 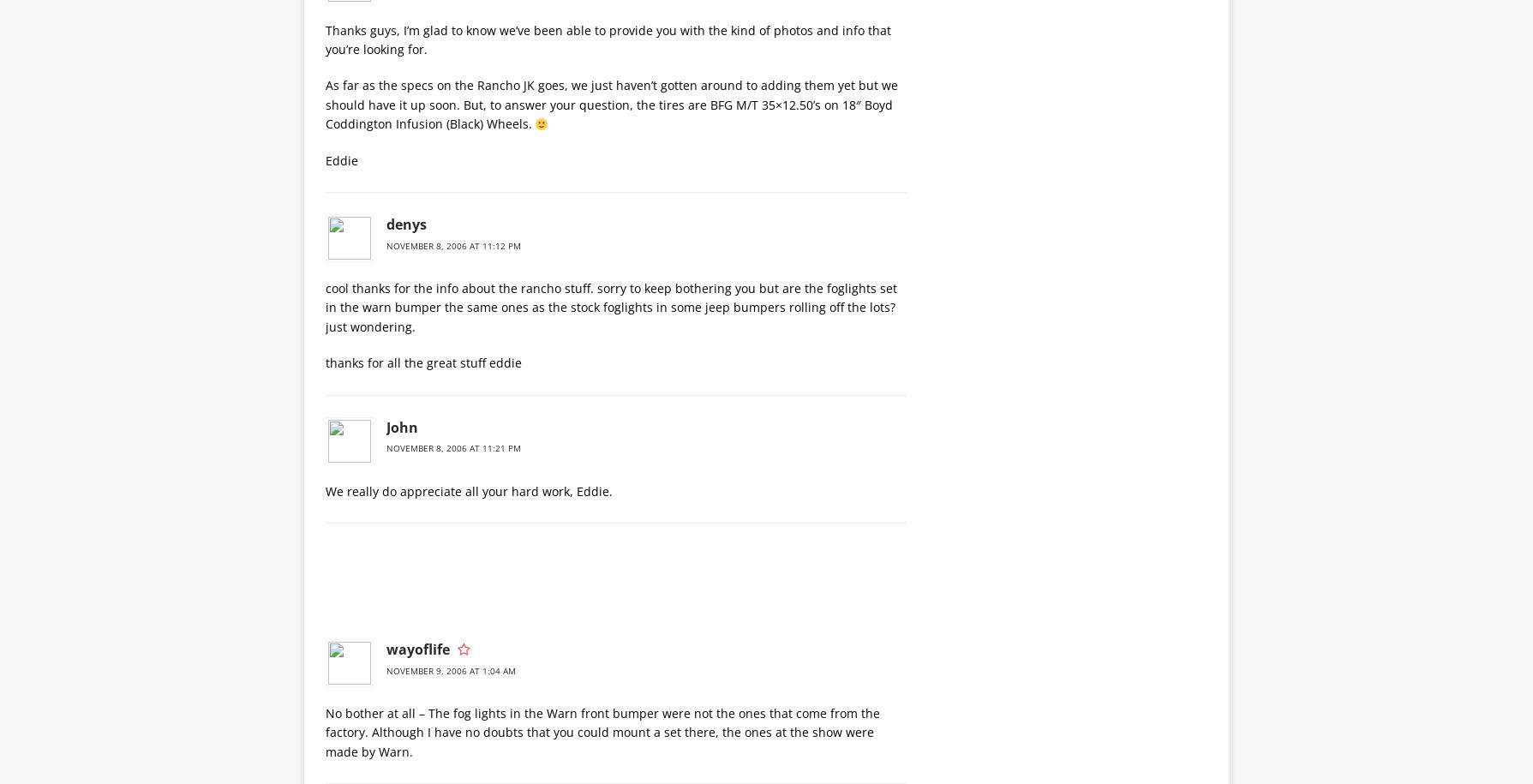 I want to click on 'We really do appreciate all your hard work, Eddie.', so click(x=324, y=489).